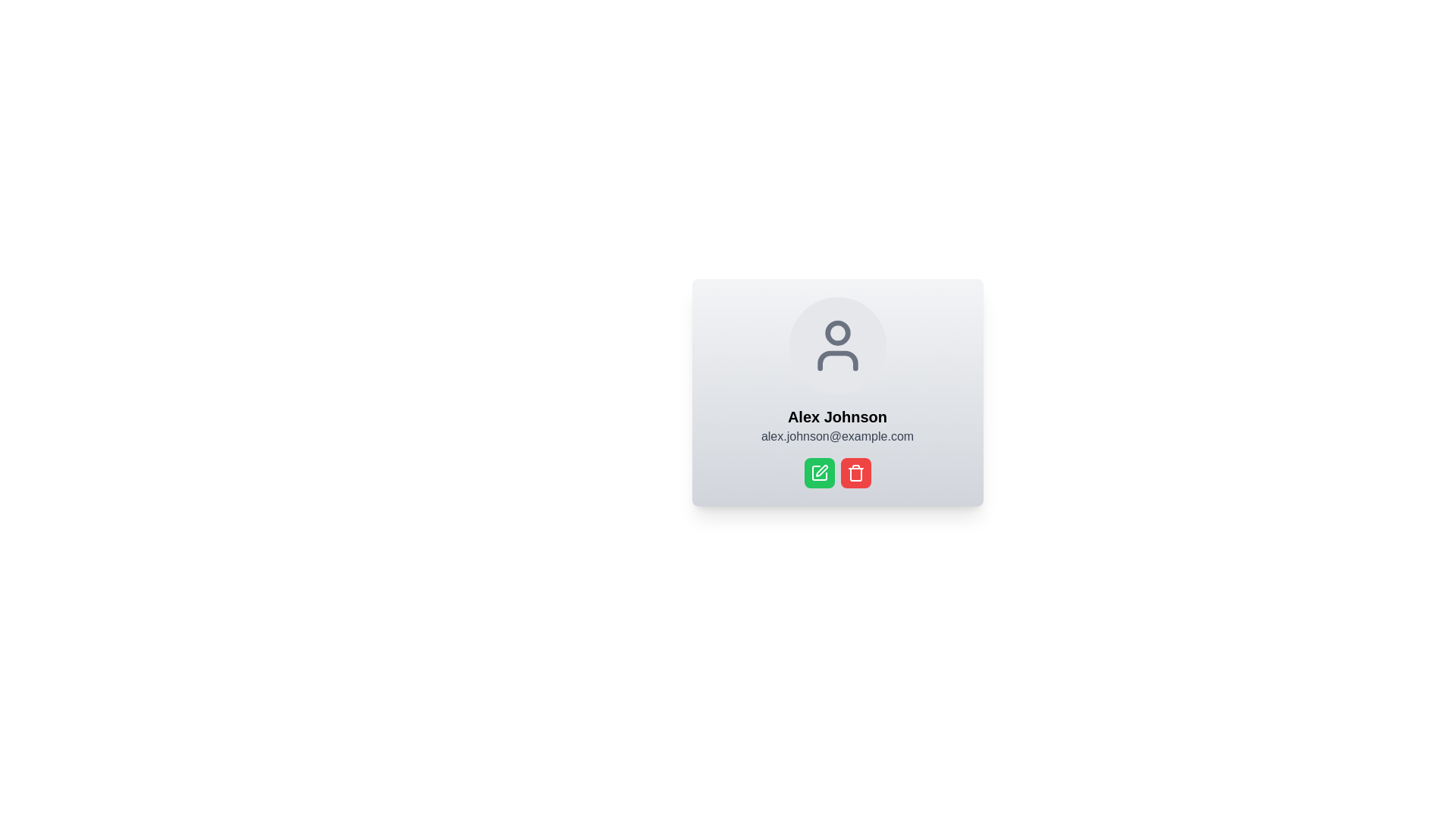 The width and height of the screenshot is (1456, 819). I want to click on the semicircular line forming the lower part of the user icon, which is styled in a simple and minimalistic outline design and located just below the head circle within the user icon, so click(836, 360).